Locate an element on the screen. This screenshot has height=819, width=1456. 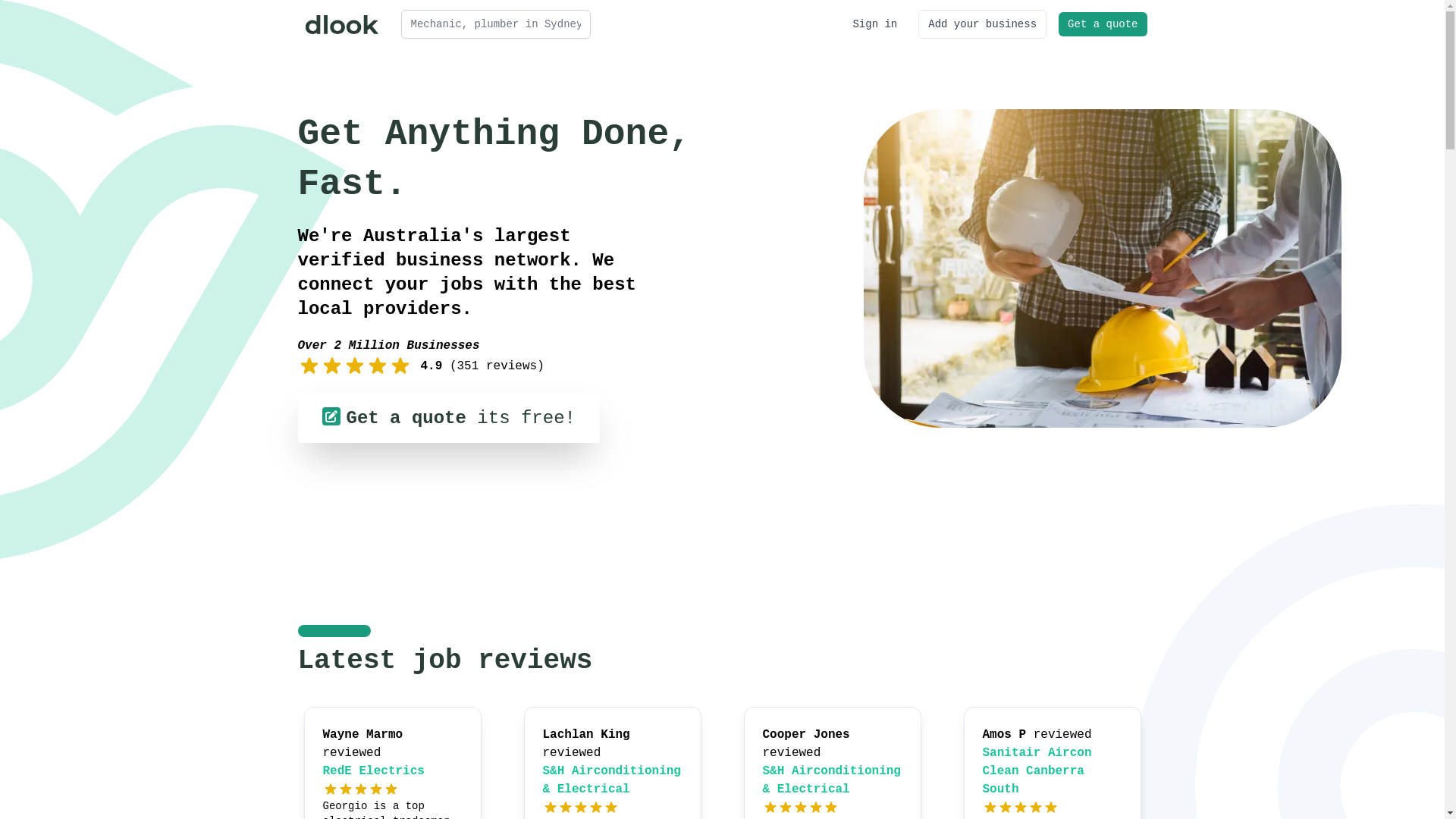
'Sanitair Aircon Clean Canberra South' is located at coordinates (1037, 771).